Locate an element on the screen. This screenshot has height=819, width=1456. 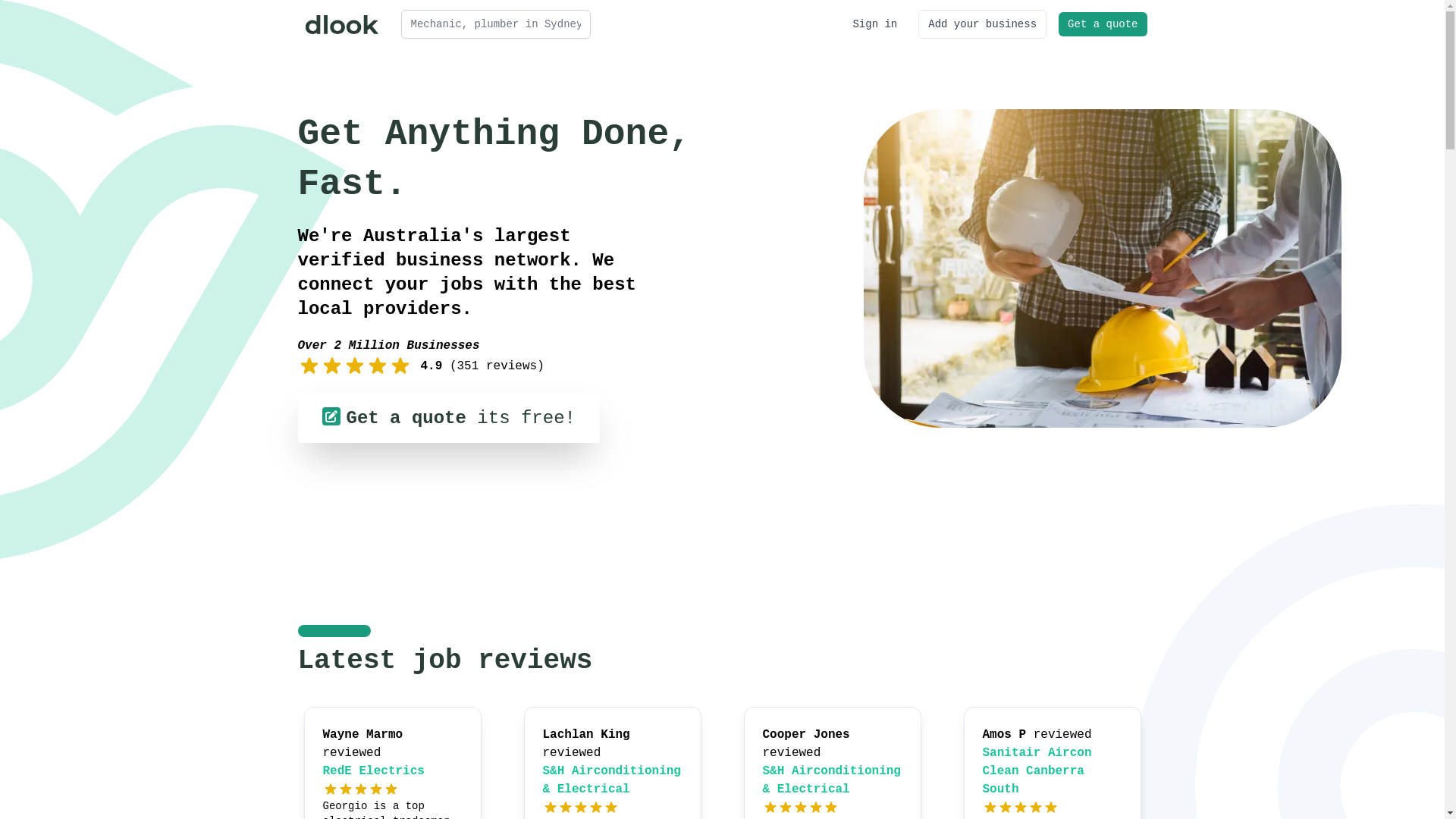
'Sanitair Aircon Clean Canberra South' is located at coordinates (1037, 771).